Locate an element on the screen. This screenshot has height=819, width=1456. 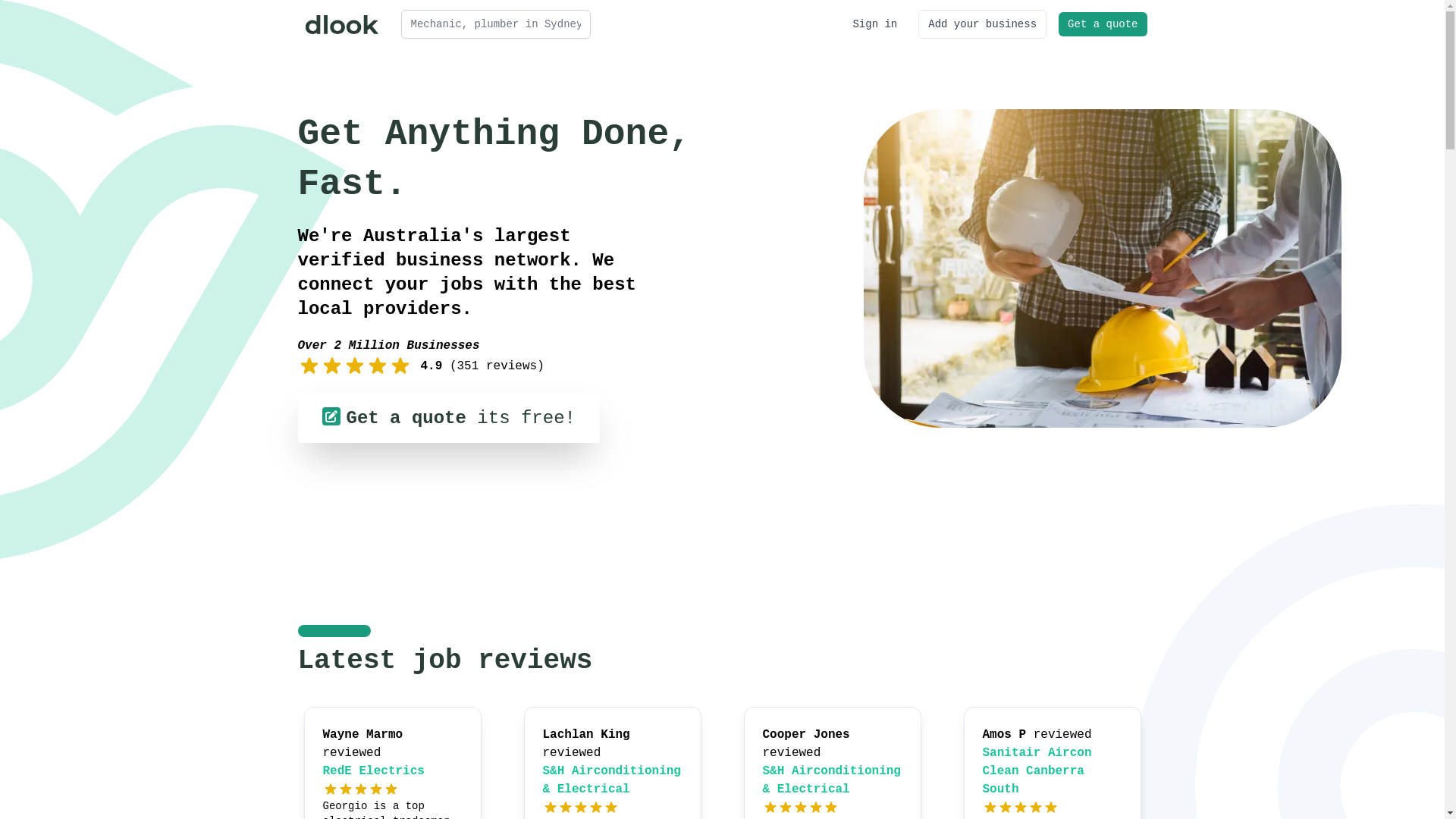
'Sanitair Aircon Clean Canberra South' is located at coordinates (1037, 771).